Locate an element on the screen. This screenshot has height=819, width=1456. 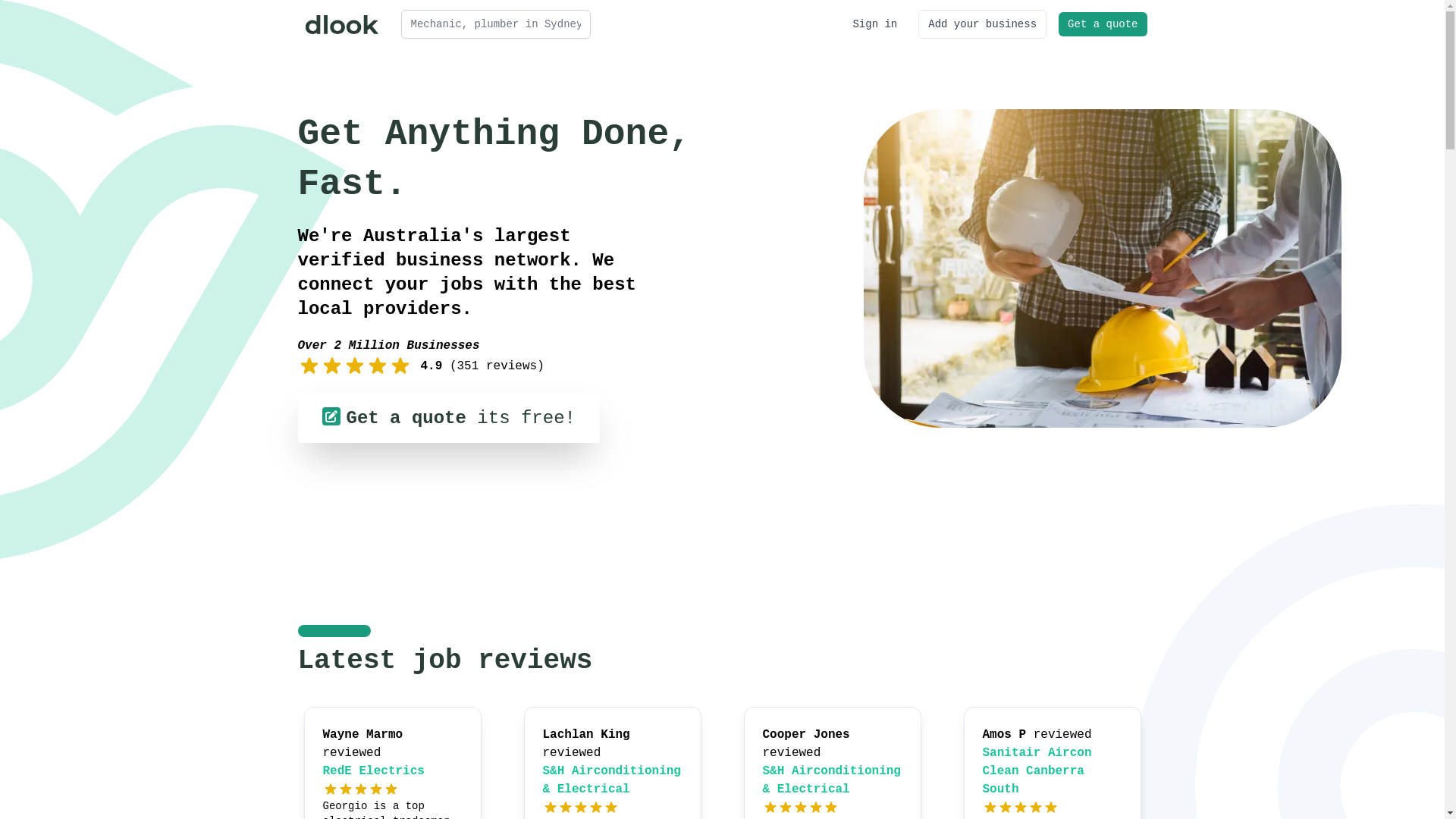
'Sanitair Aircon Clean Canberra South' is located at coordinates (1037, 771).